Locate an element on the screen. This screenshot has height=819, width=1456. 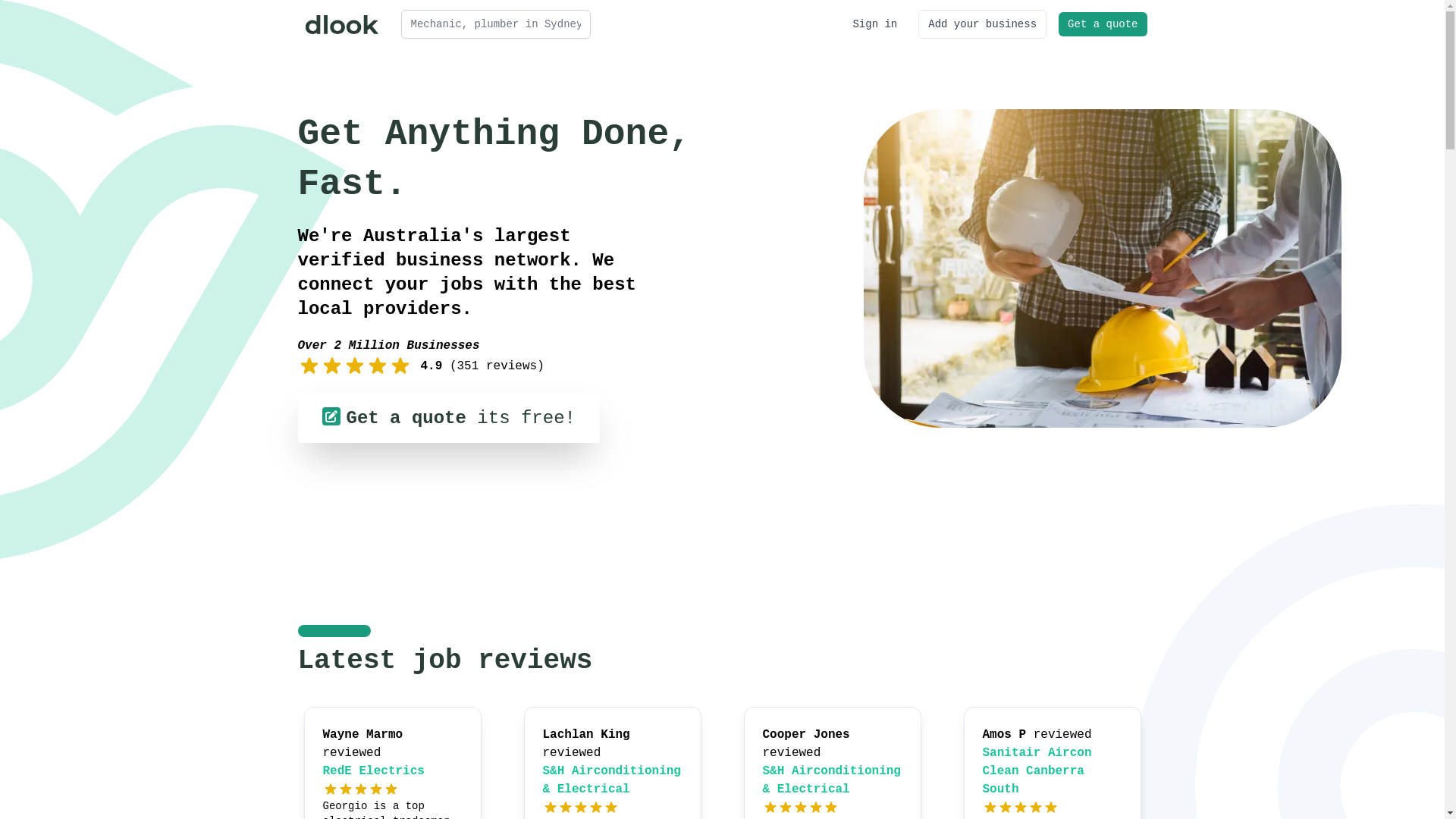
'Sanitair Aircon Clean Canberra South' is located at coordinates (1037, 771).